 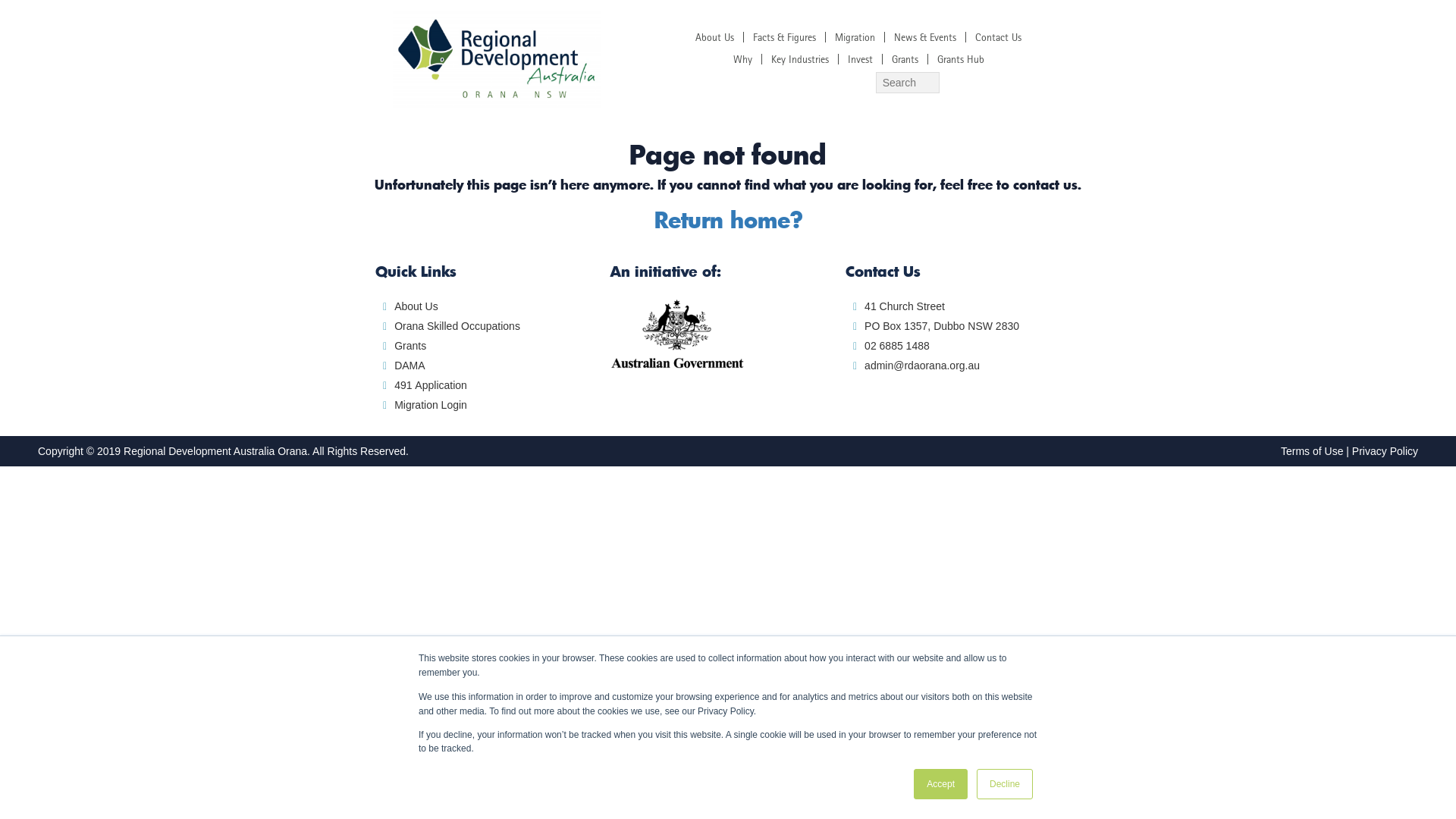 What do you see at coordinates (960, 58) in the screenshot?
I see `'Grants Hub'` at bounding box center [960, 58].